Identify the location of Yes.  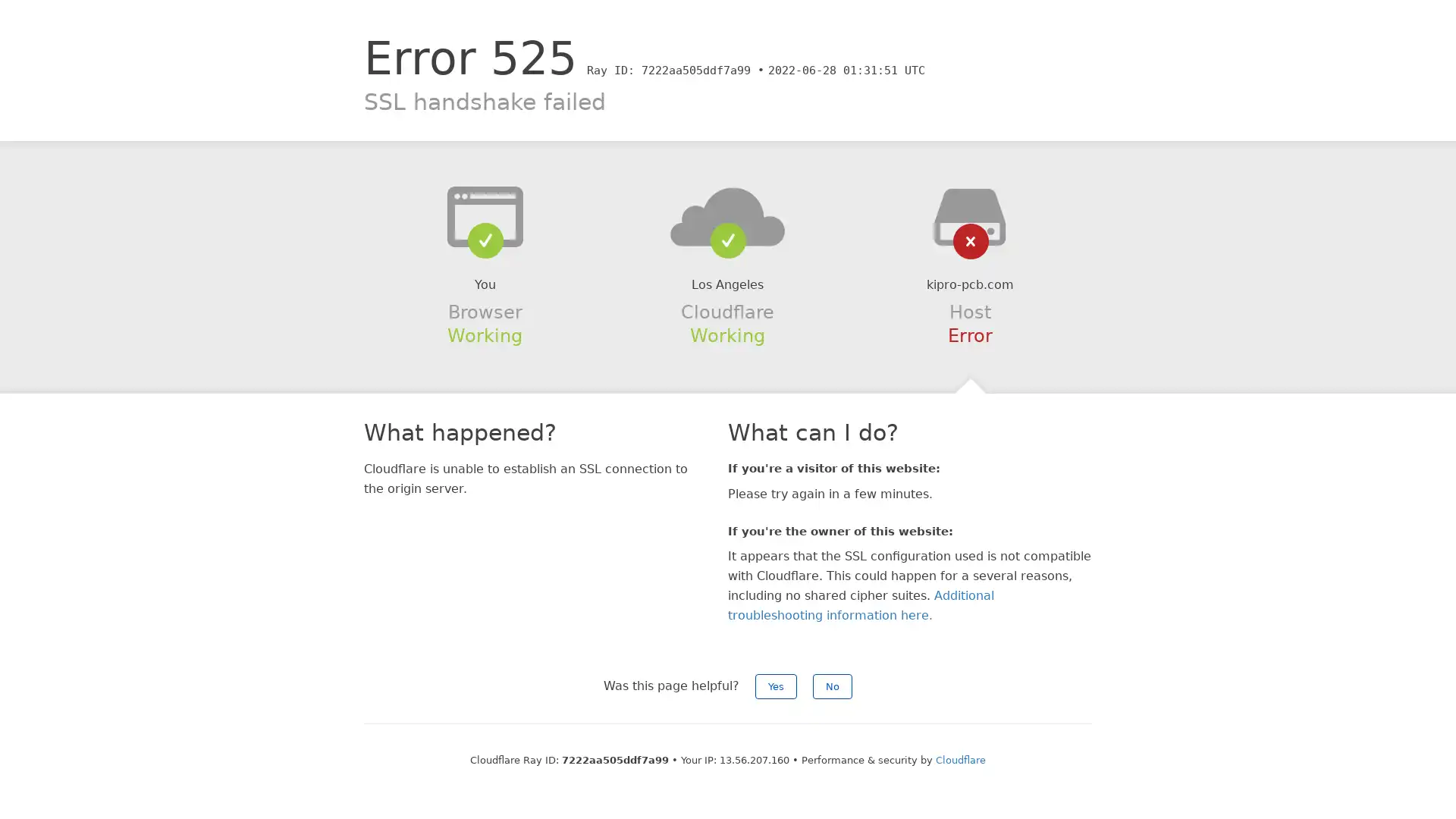
(776, 686).